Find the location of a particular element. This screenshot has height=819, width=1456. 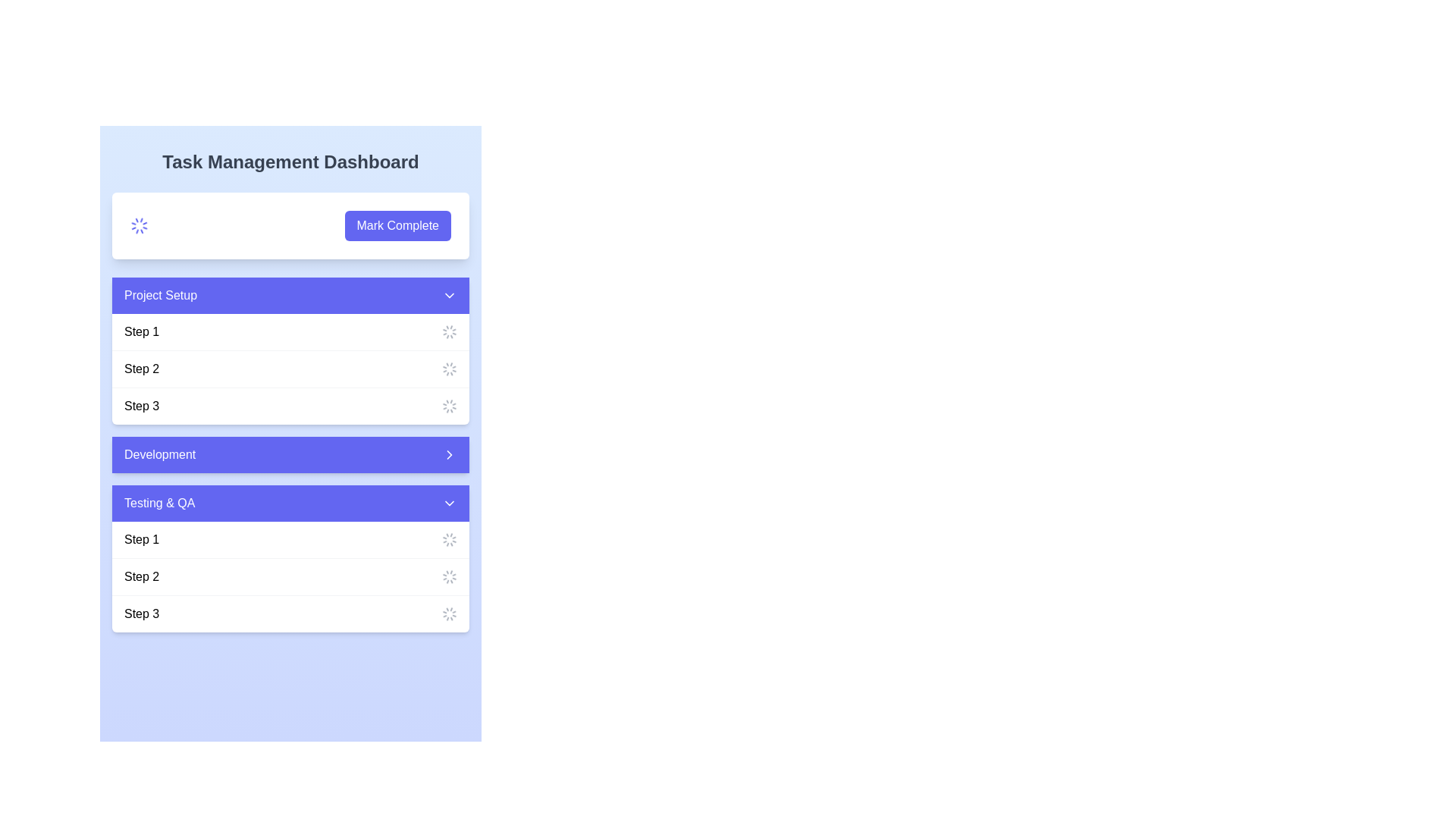

the small animated spinning icon styled in gray, located to the far-right of the 'Step 3' label in the task management dashboard's step list is located at coordinates (449, 406).